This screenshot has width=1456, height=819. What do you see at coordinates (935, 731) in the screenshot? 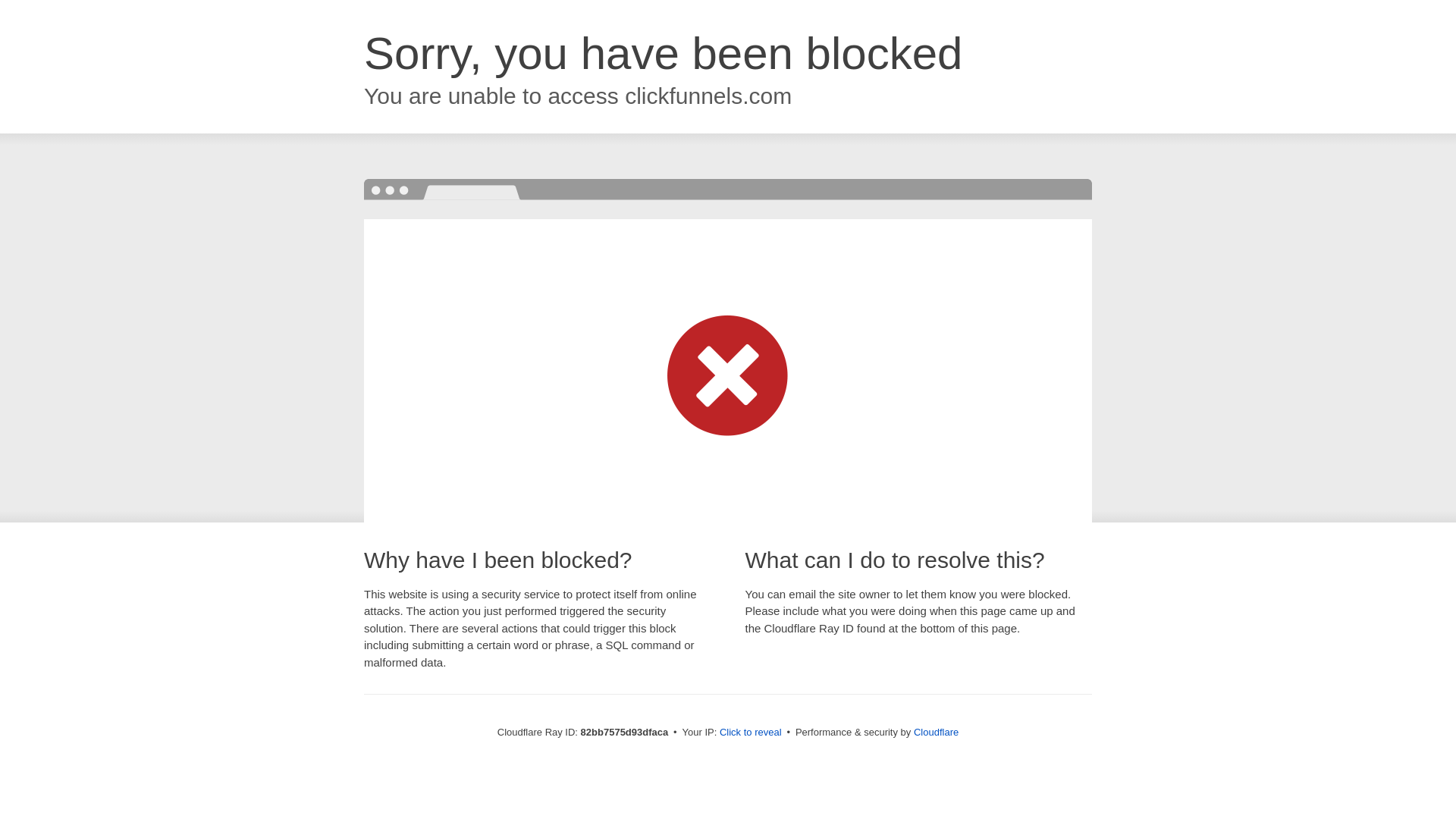
I see `'Cloudflare'` at bounding box center [935, 731].